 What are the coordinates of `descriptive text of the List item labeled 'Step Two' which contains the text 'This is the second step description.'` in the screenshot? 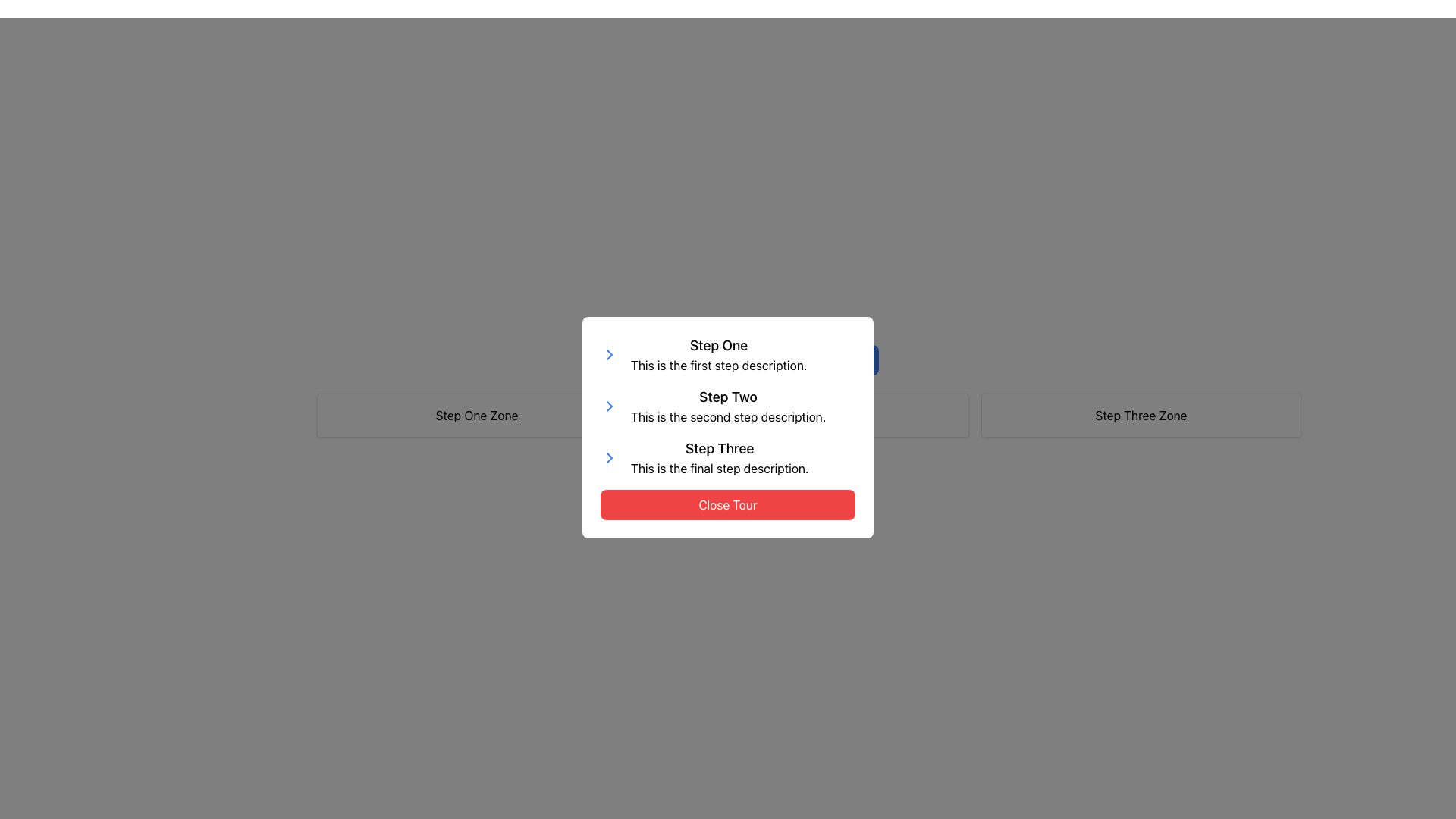 It's located at (728, 406).